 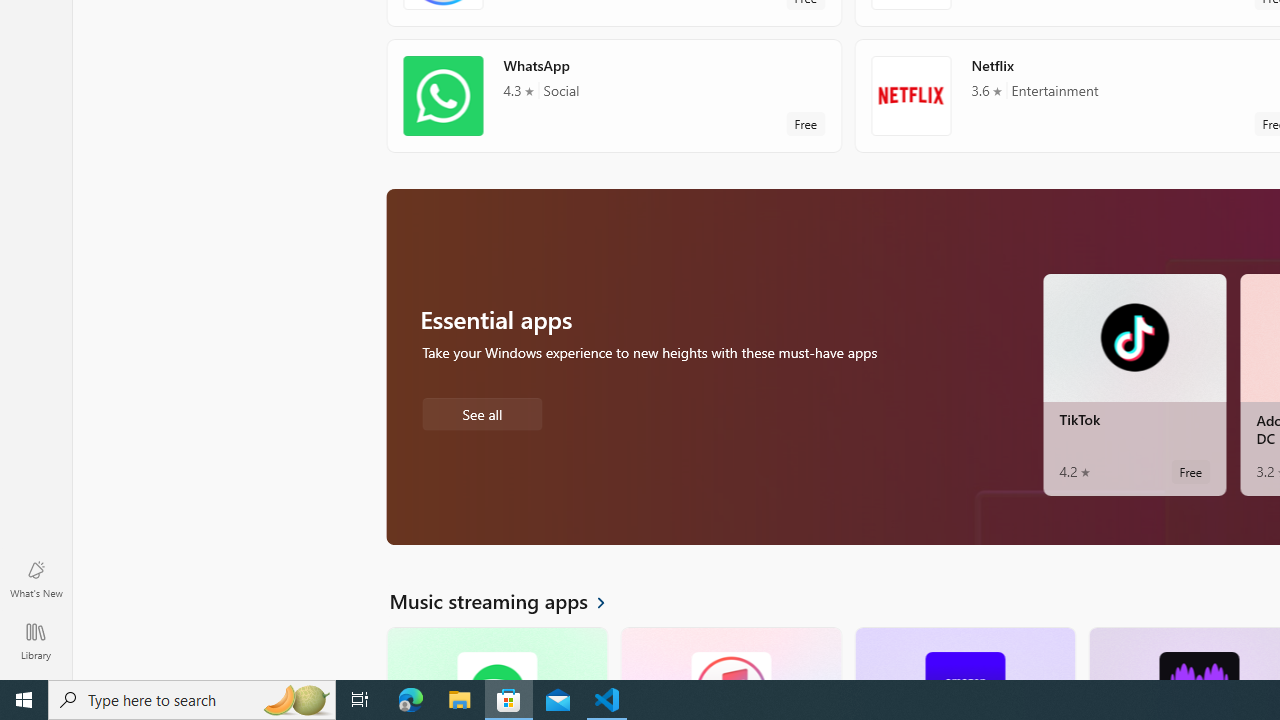 What do you see at coordinates (509, 599) in the screenshot?
I see `'See all  Music streaming apps'` at bounding box center [509, 599].